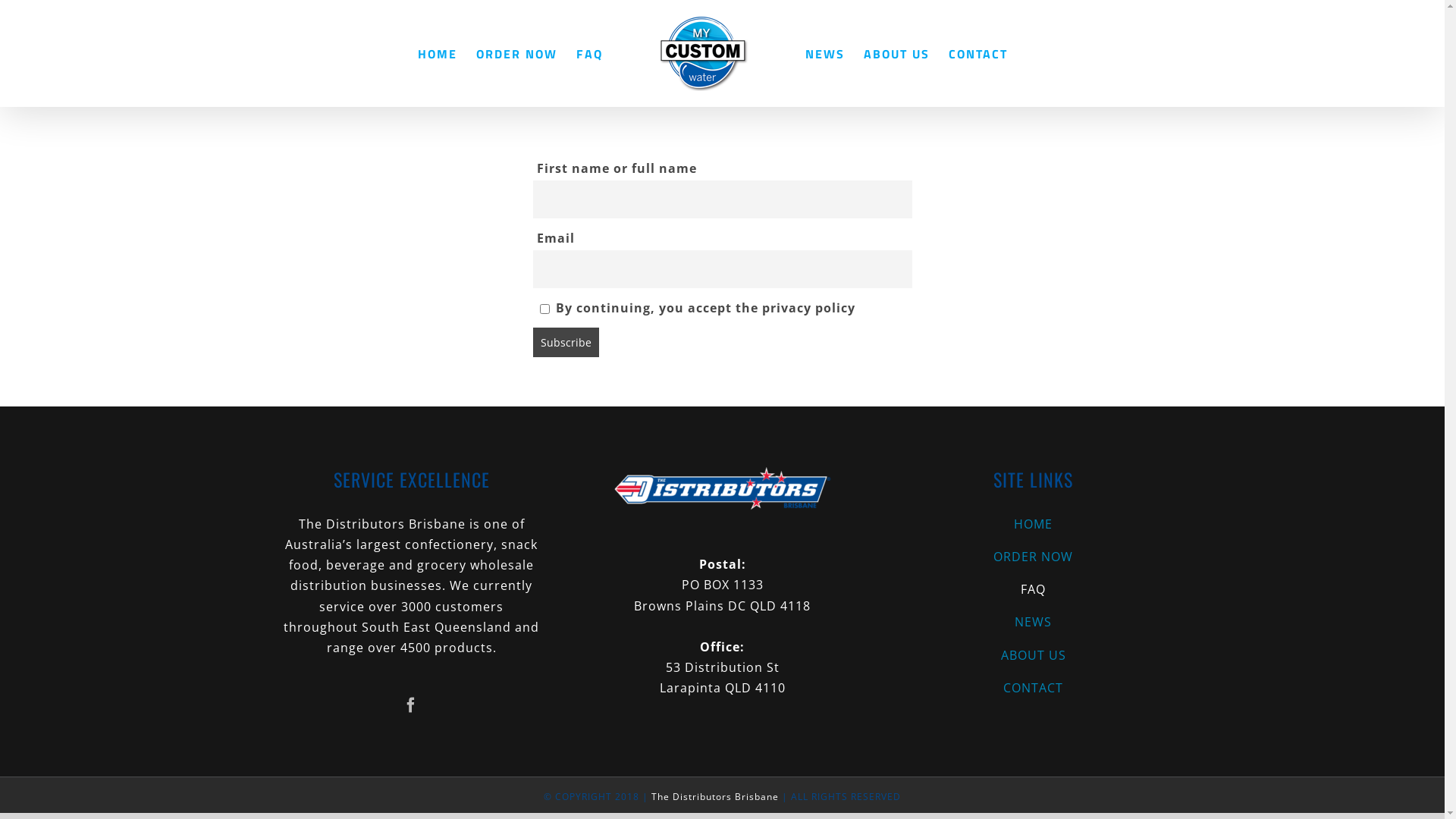 The image size is (1456, 819). Describe the element at coordinates (978, 52) in the screenshot. I see `'CONTACT'` at that location.